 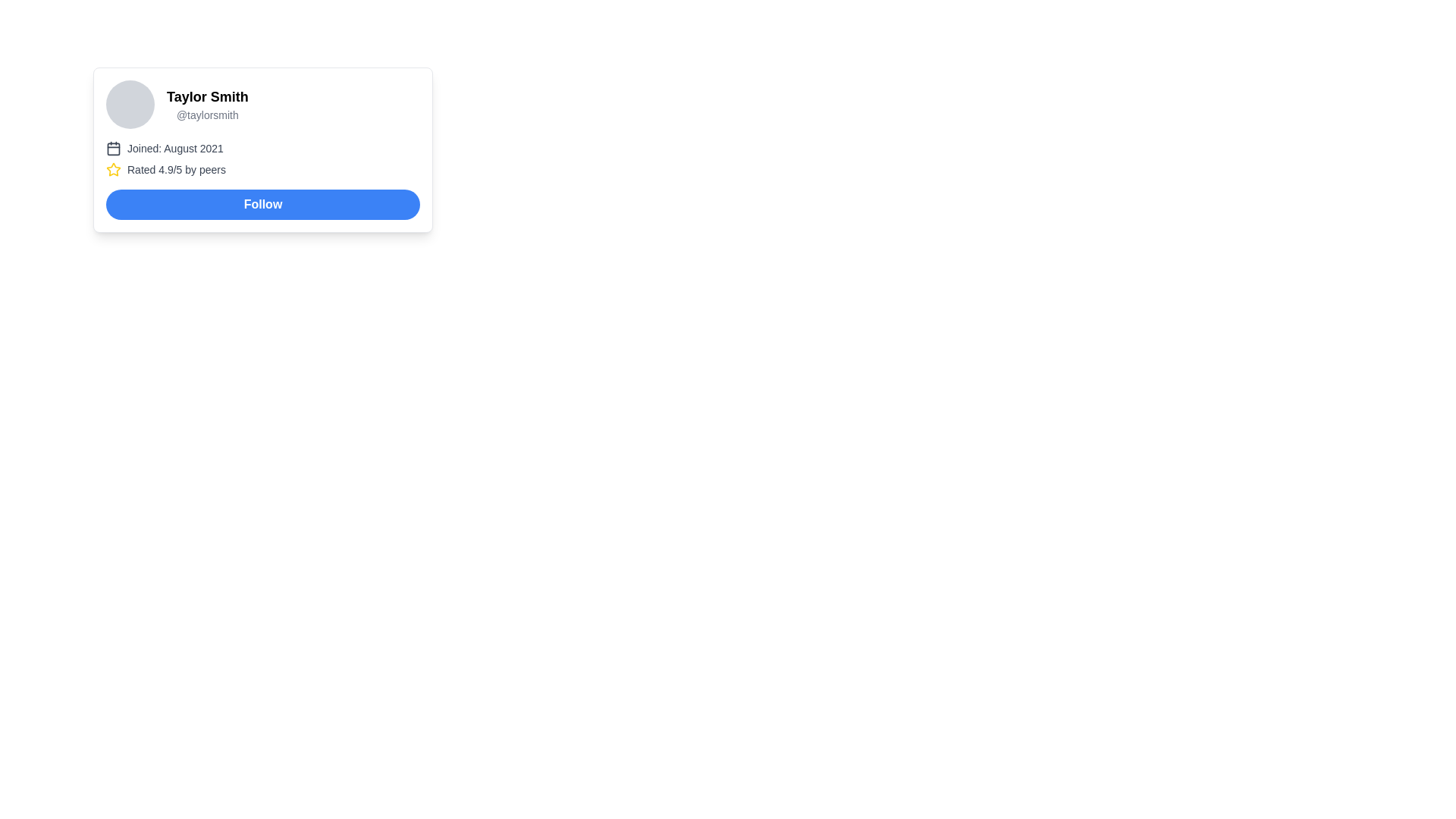 I want to click on the Composite text display showing the name 'Taylor Smith' and username information, located in the upper portion of the card-like component, so click(x=206, y=104).